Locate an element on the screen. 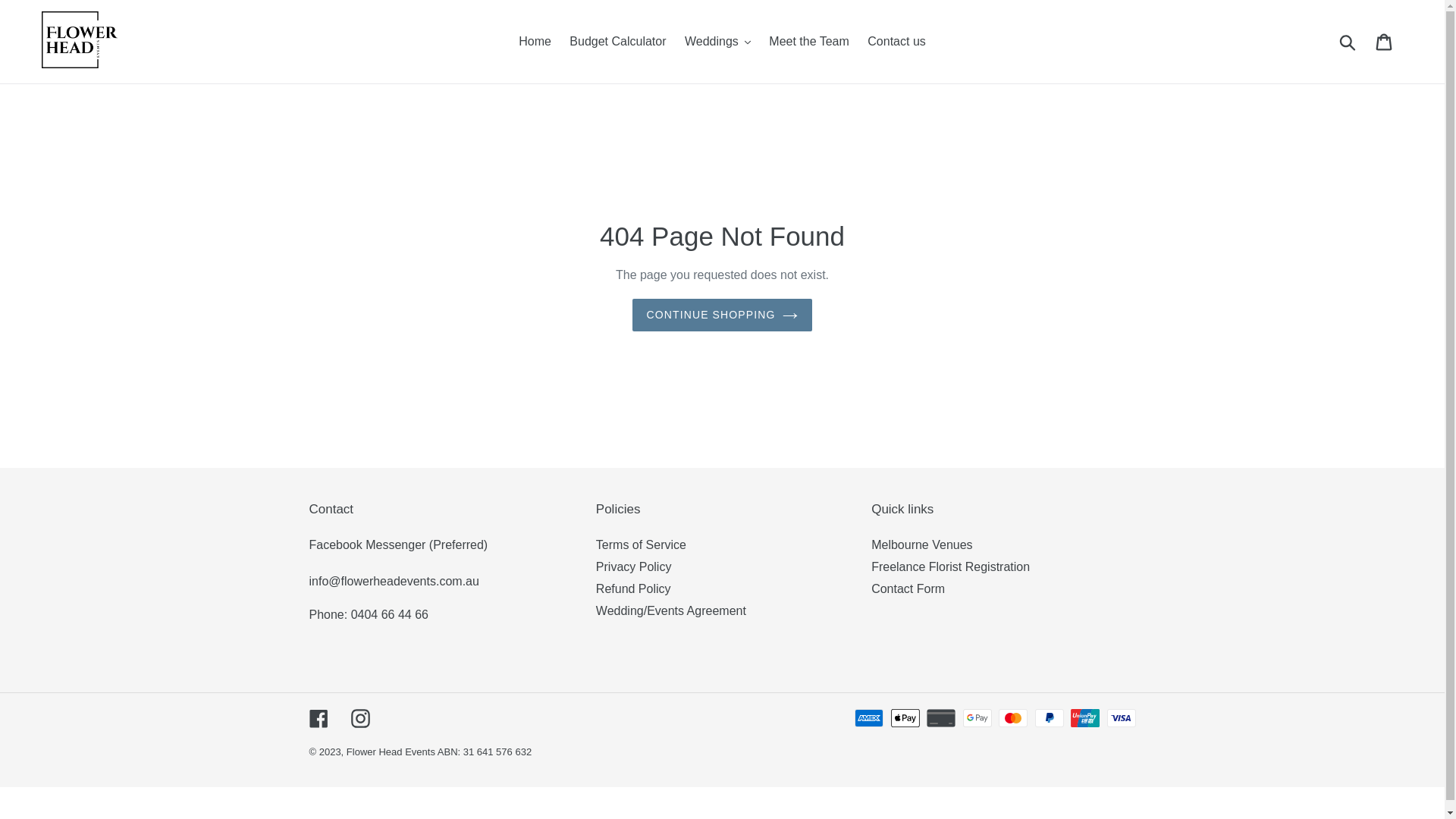  'Flower Head Events' is located at coordinates (392, 752).